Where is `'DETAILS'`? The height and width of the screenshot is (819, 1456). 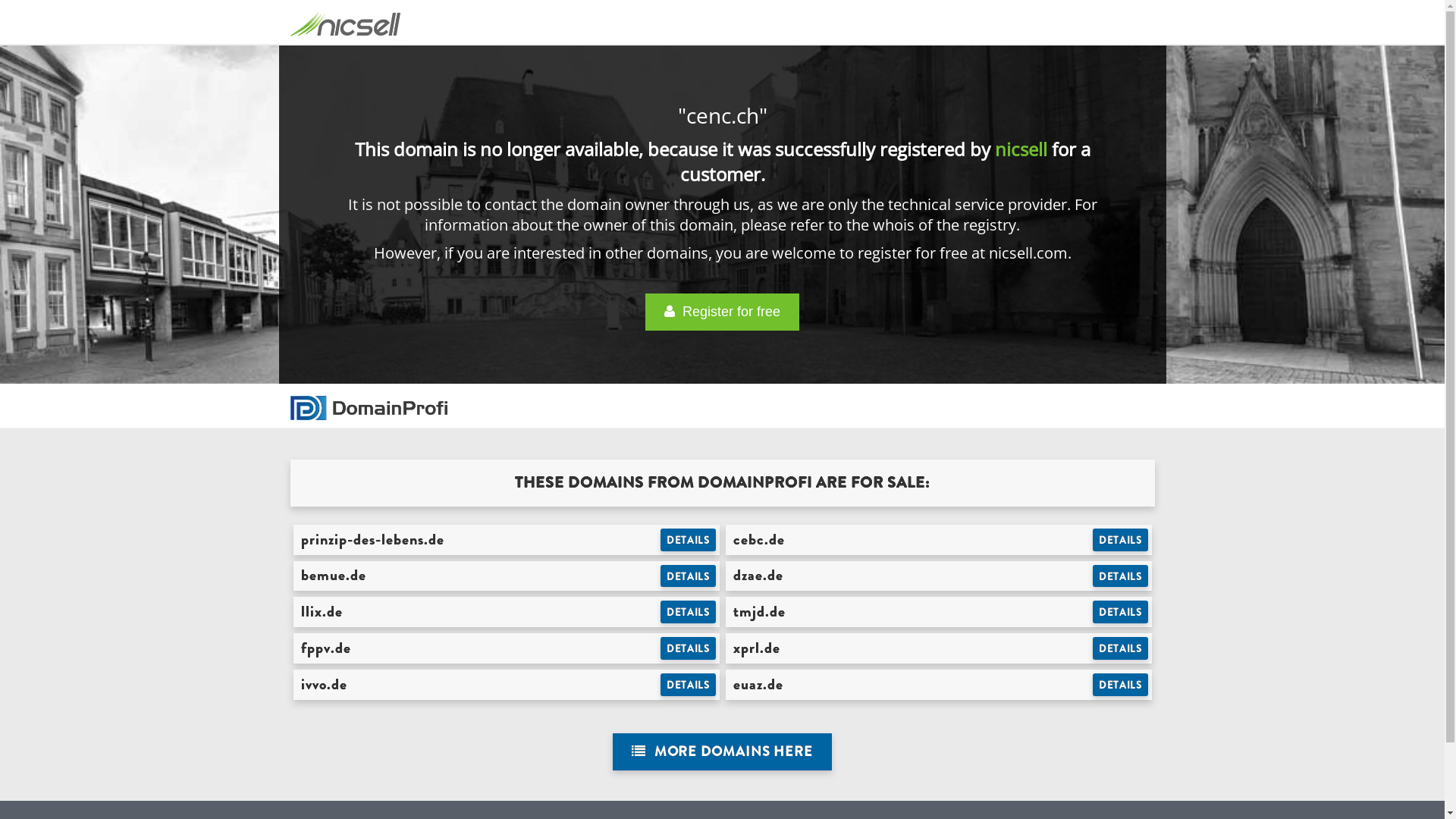
'DETAILS' is located at coordinates (660, 576).